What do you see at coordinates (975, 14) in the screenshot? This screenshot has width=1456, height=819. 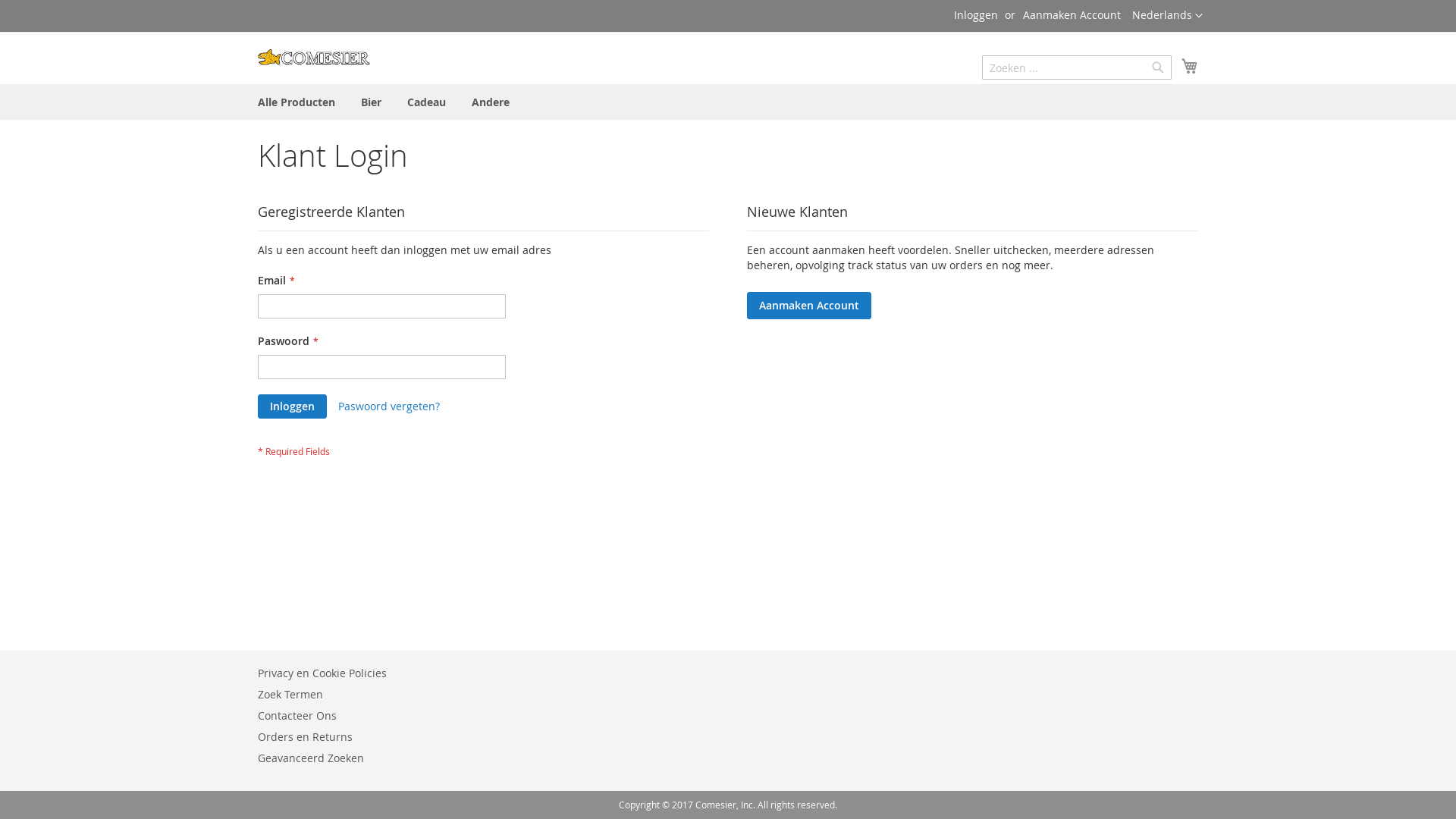 I see `'Inloggen'` at bounding box center [975, 14].